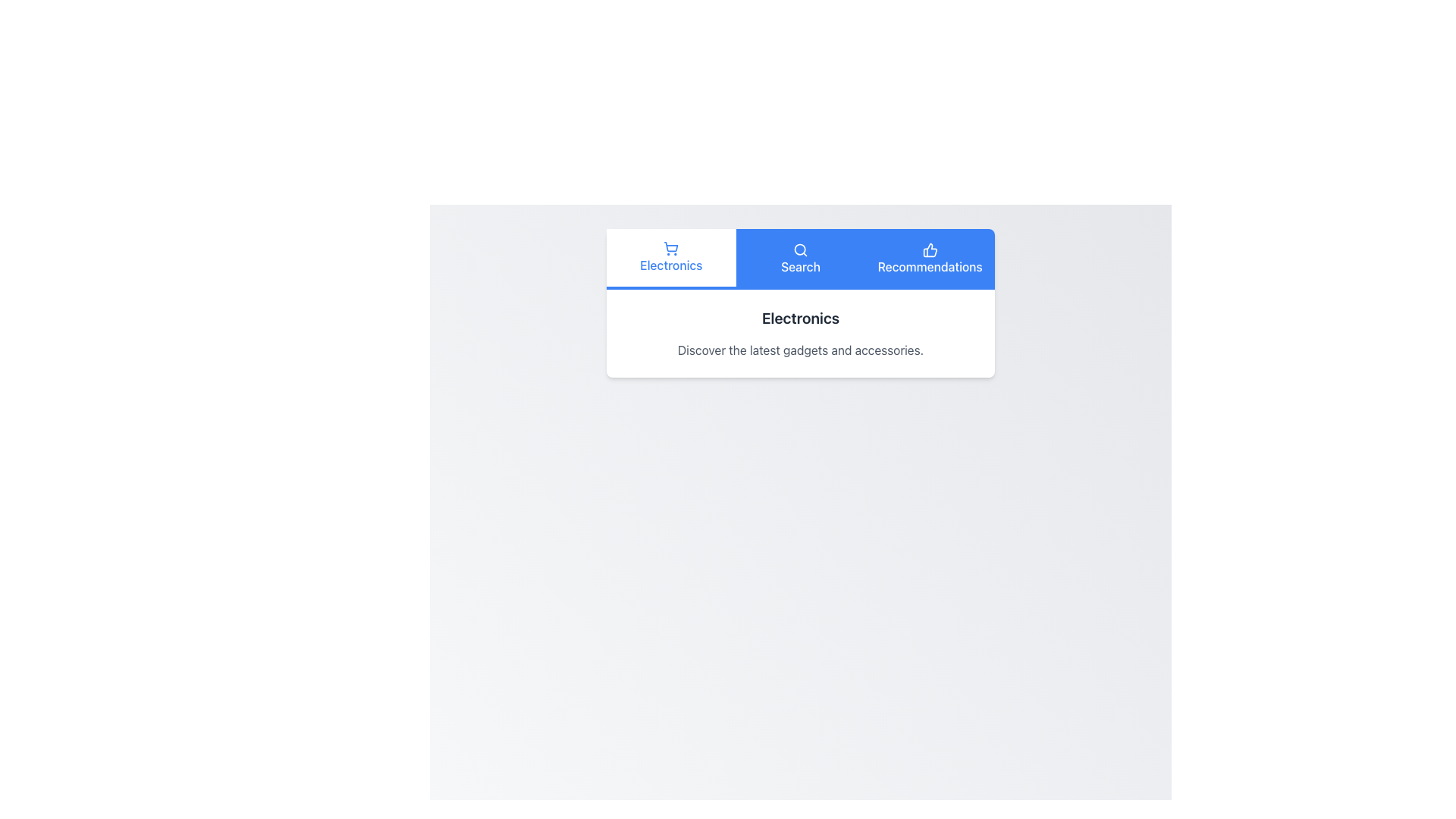 Image resolution: width=1456 pixels, height=819 pixels. Describe the element at coordinates (800, 259) in the screenshot. I see `the 'Search' button, which is the second button in the navigation menu styled with a blue background and white text, to check for any visual effects` at that location.